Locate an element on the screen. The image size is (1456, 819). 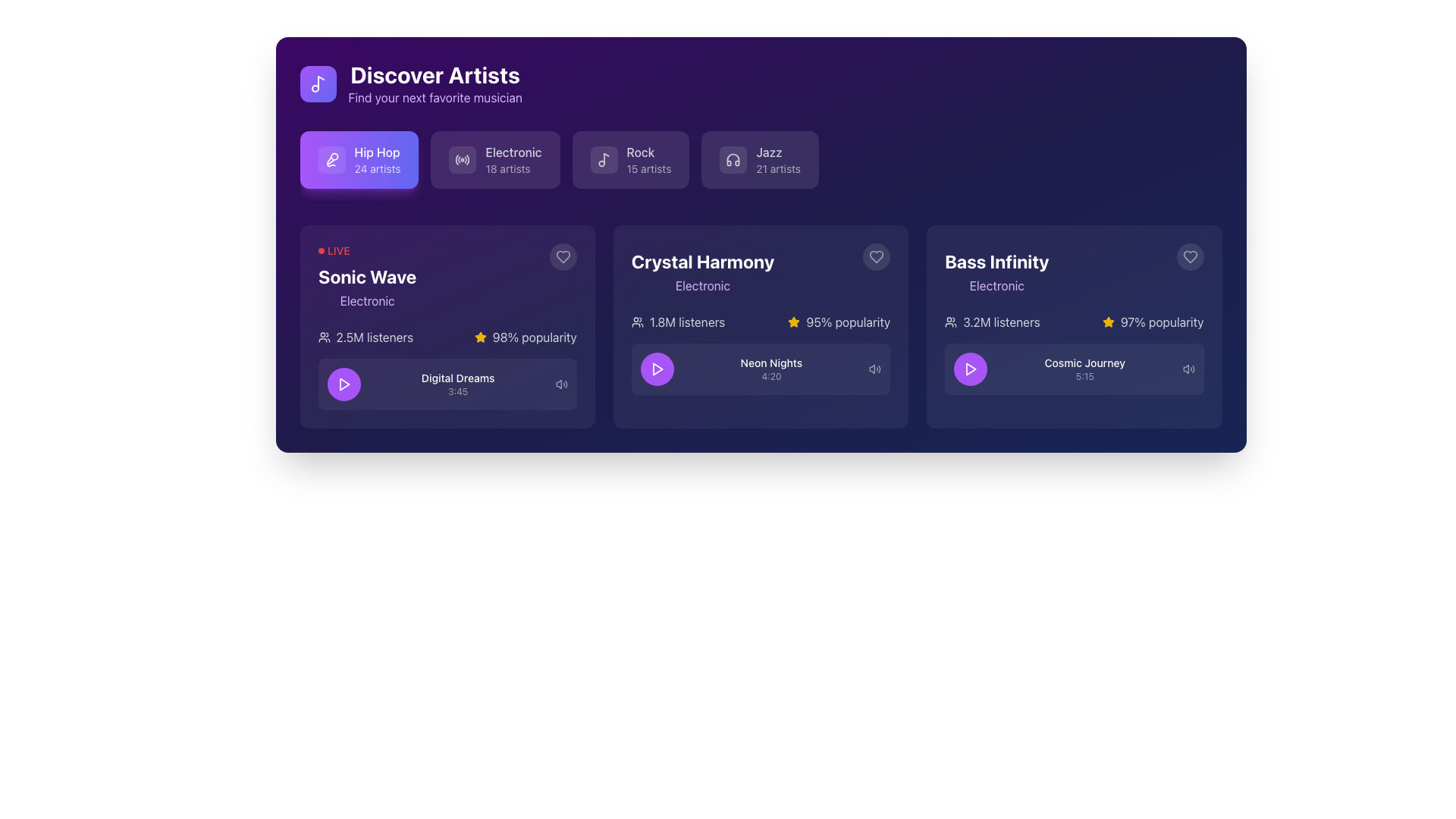
the heart icon in the top right corner of the 'Bass Infinity' card is located at coordinates (1189, 256).